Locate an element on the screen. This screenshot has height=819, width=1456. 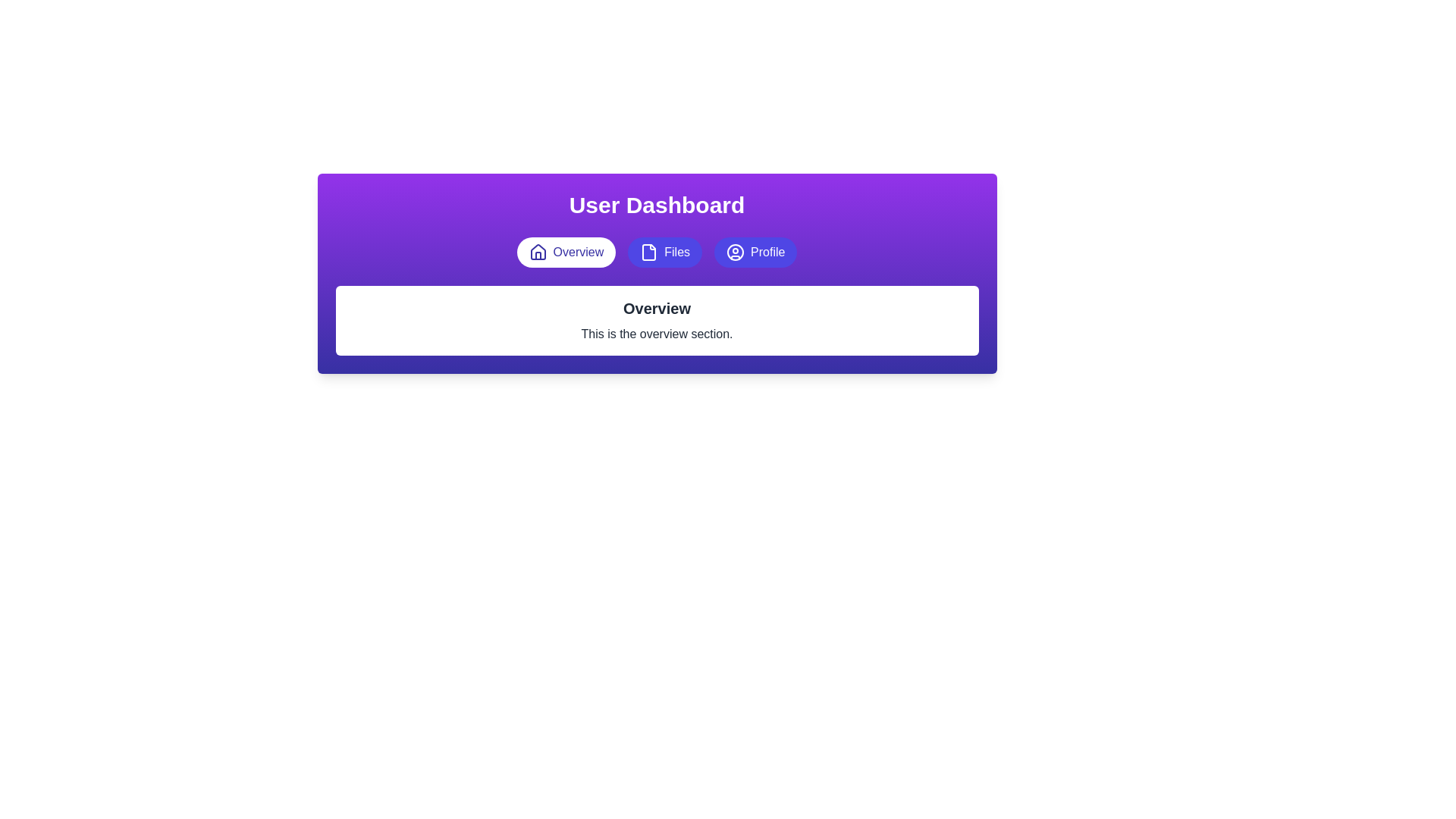
the 'Overview' button located in the navigation bar at the top of the interface, which is the first button in a row of three buttons is located at coordinates (565, 251).